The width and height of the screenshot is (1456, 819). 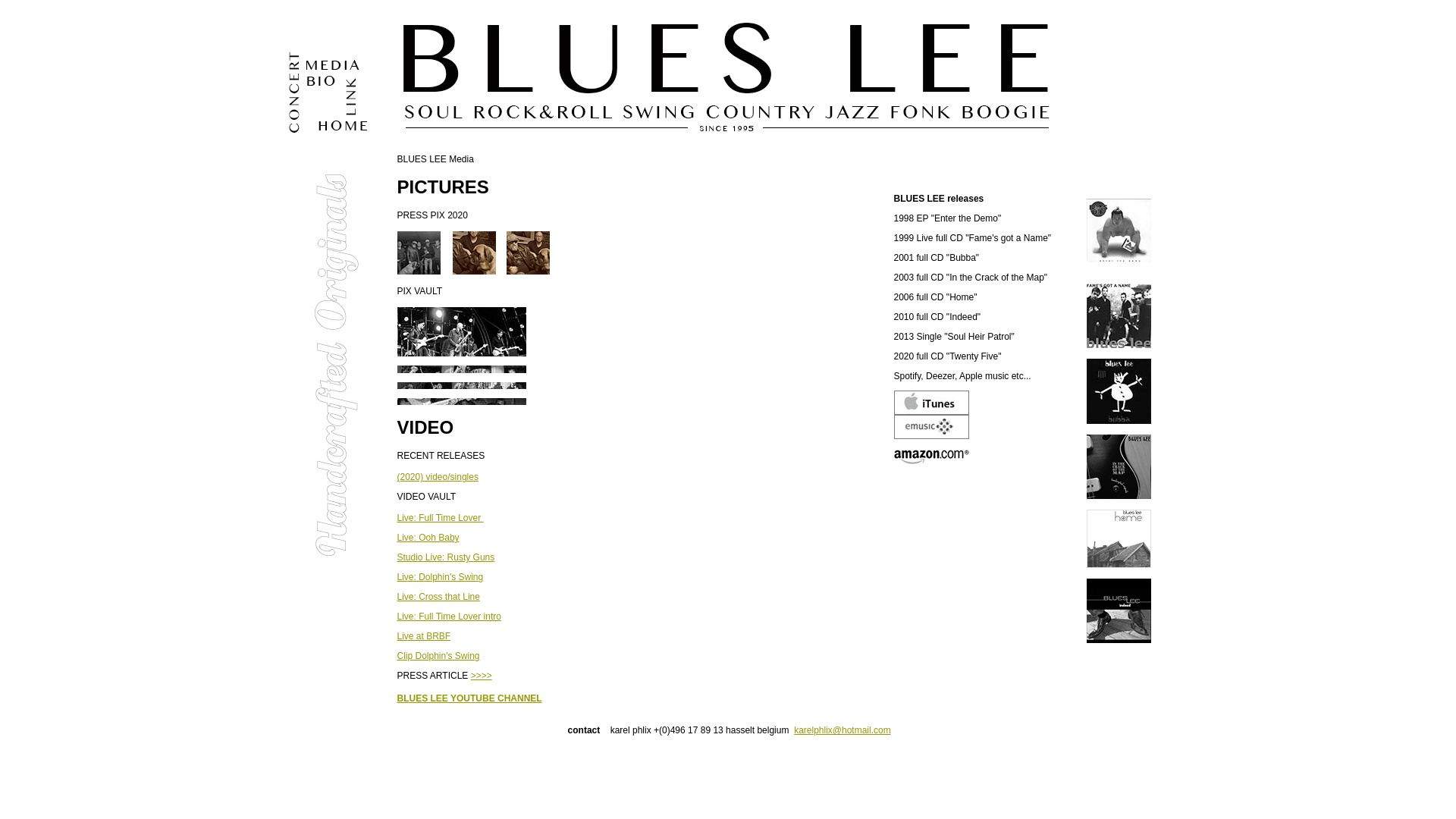 What do you see at coordinates (480, 675) in the screenshot?
I see `'>>>>'` at bounding box center [480, 675].